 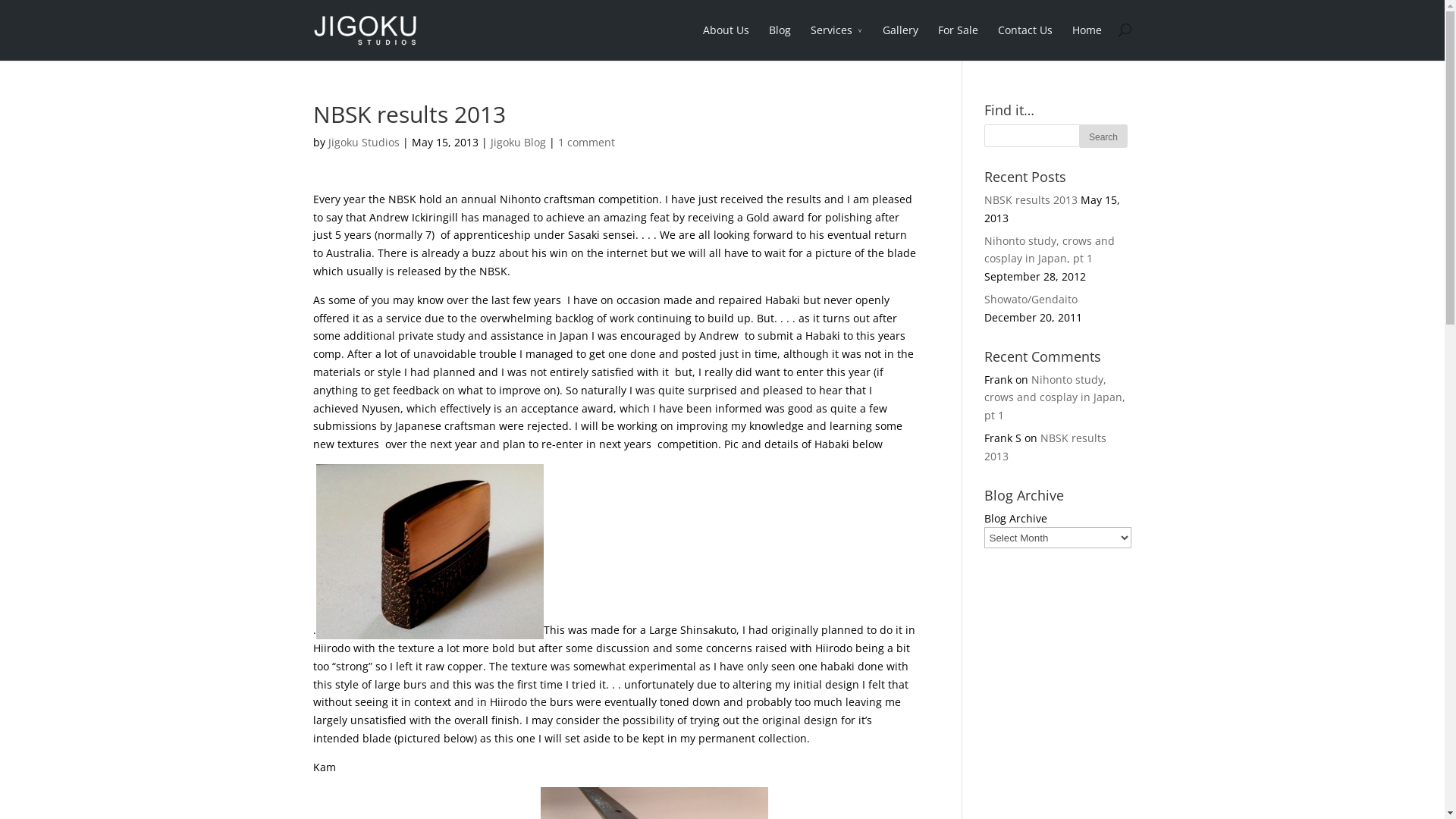 What do you see at coordinates (780, 40) in the screenshot?
I see `'Blog'` at bounding box center [780, 40].